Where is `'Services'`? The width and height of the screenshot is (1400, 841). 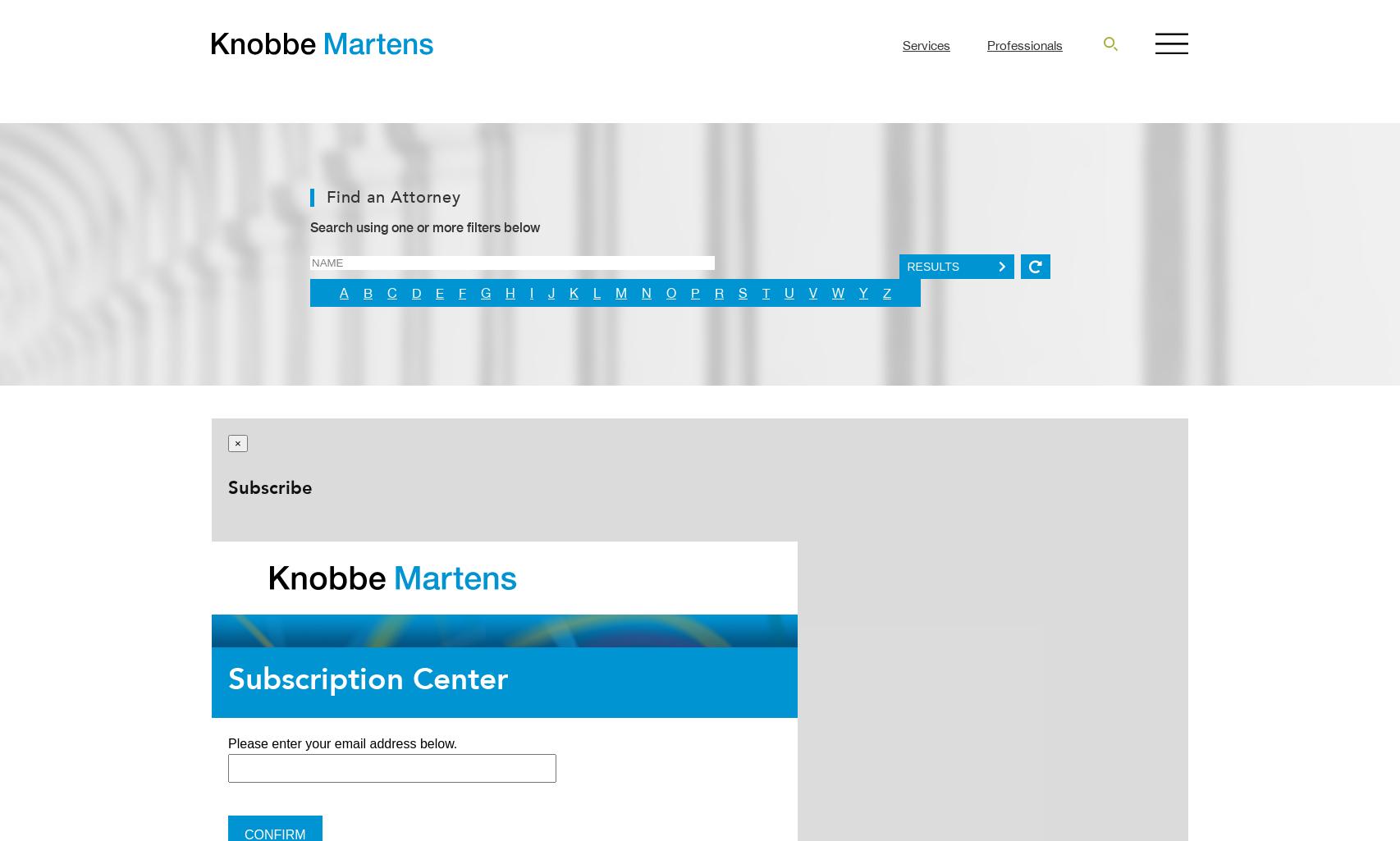 'Services' is located at coordinates (926, 44).